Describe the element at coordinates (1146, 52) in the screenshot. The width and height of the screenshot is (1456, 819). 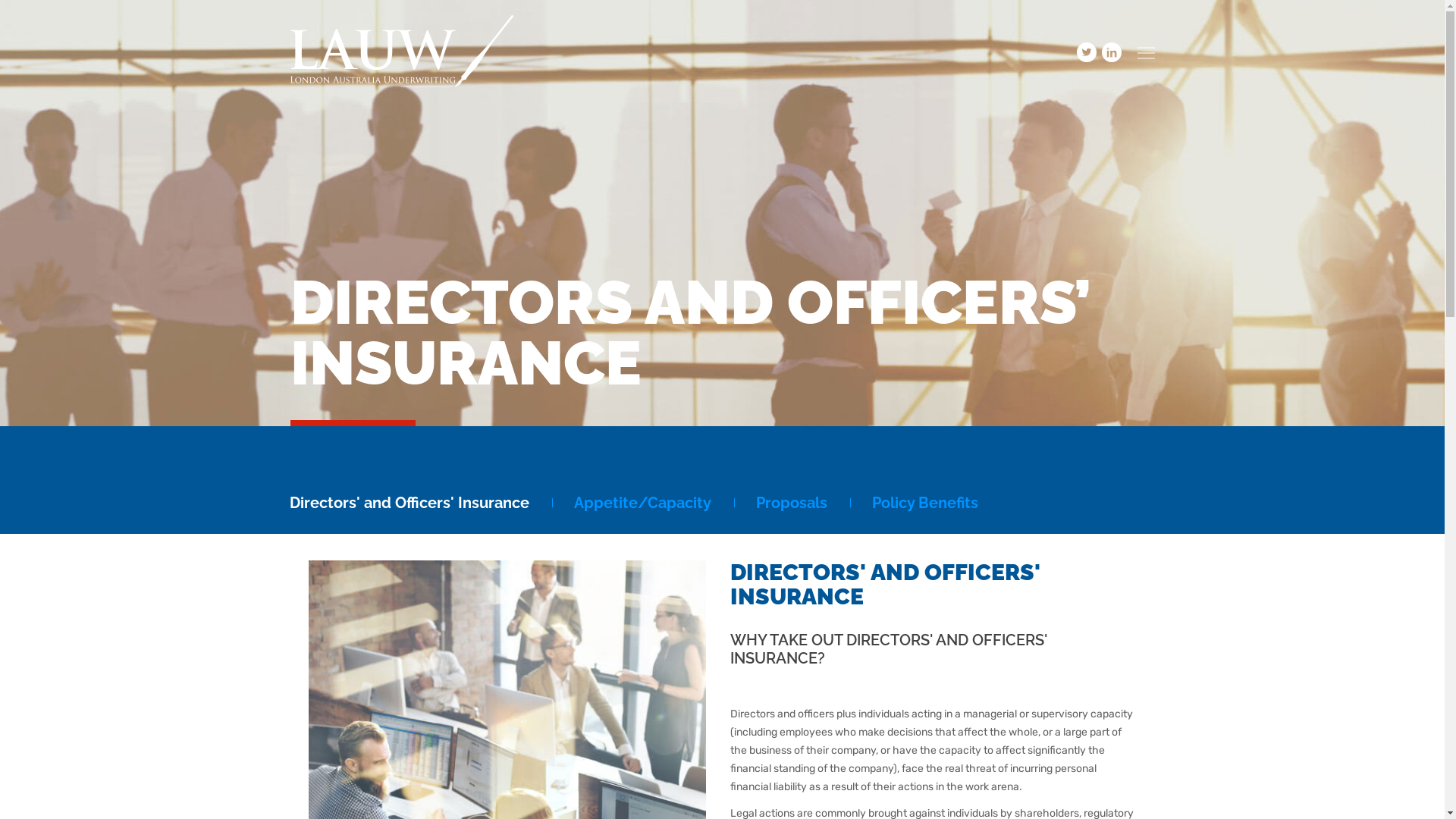
I see `'Menu'` at that location.